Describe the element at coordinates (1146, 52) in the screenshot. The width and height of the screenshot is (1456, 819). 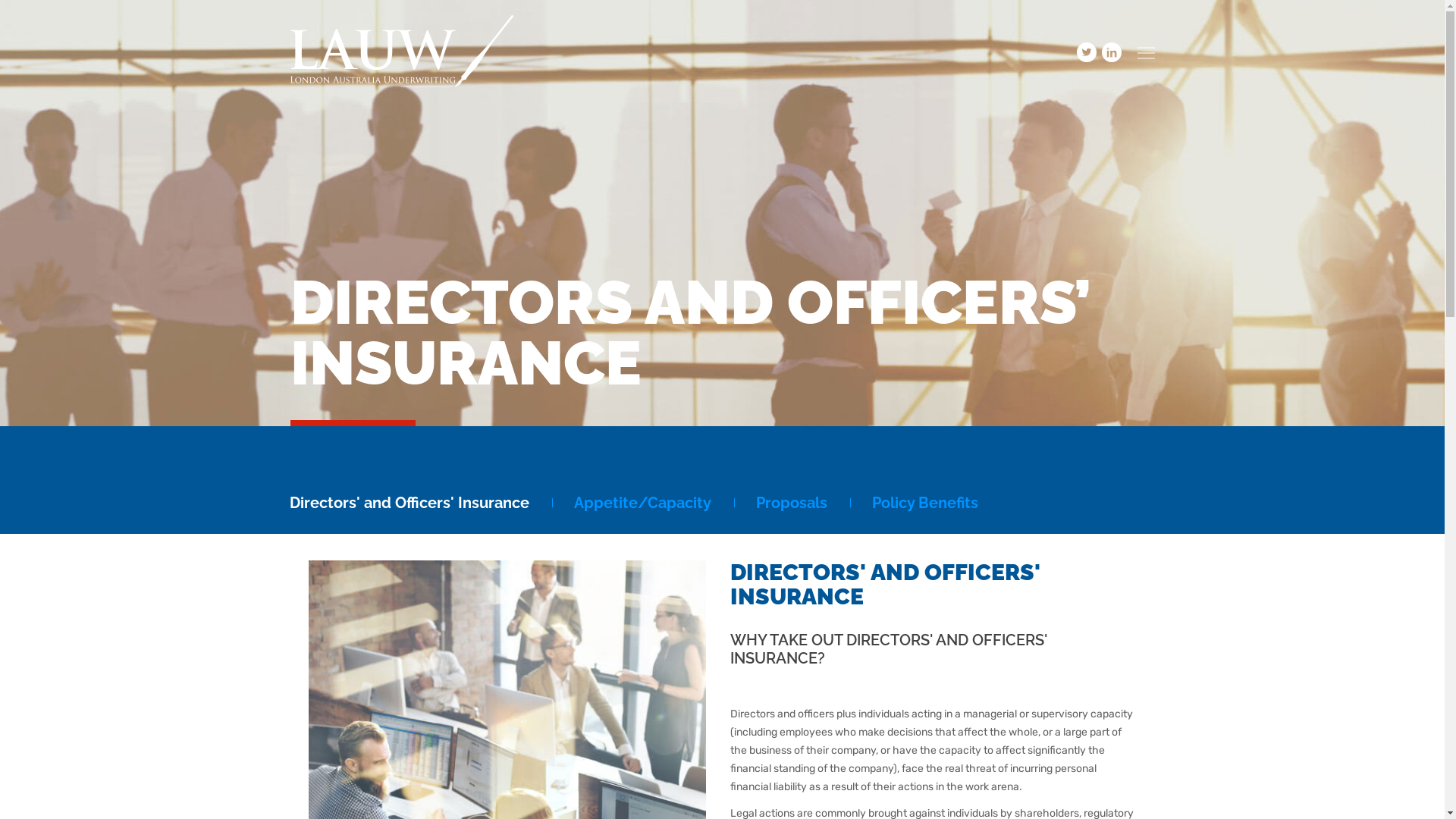
I see `'Menu'` at that location.